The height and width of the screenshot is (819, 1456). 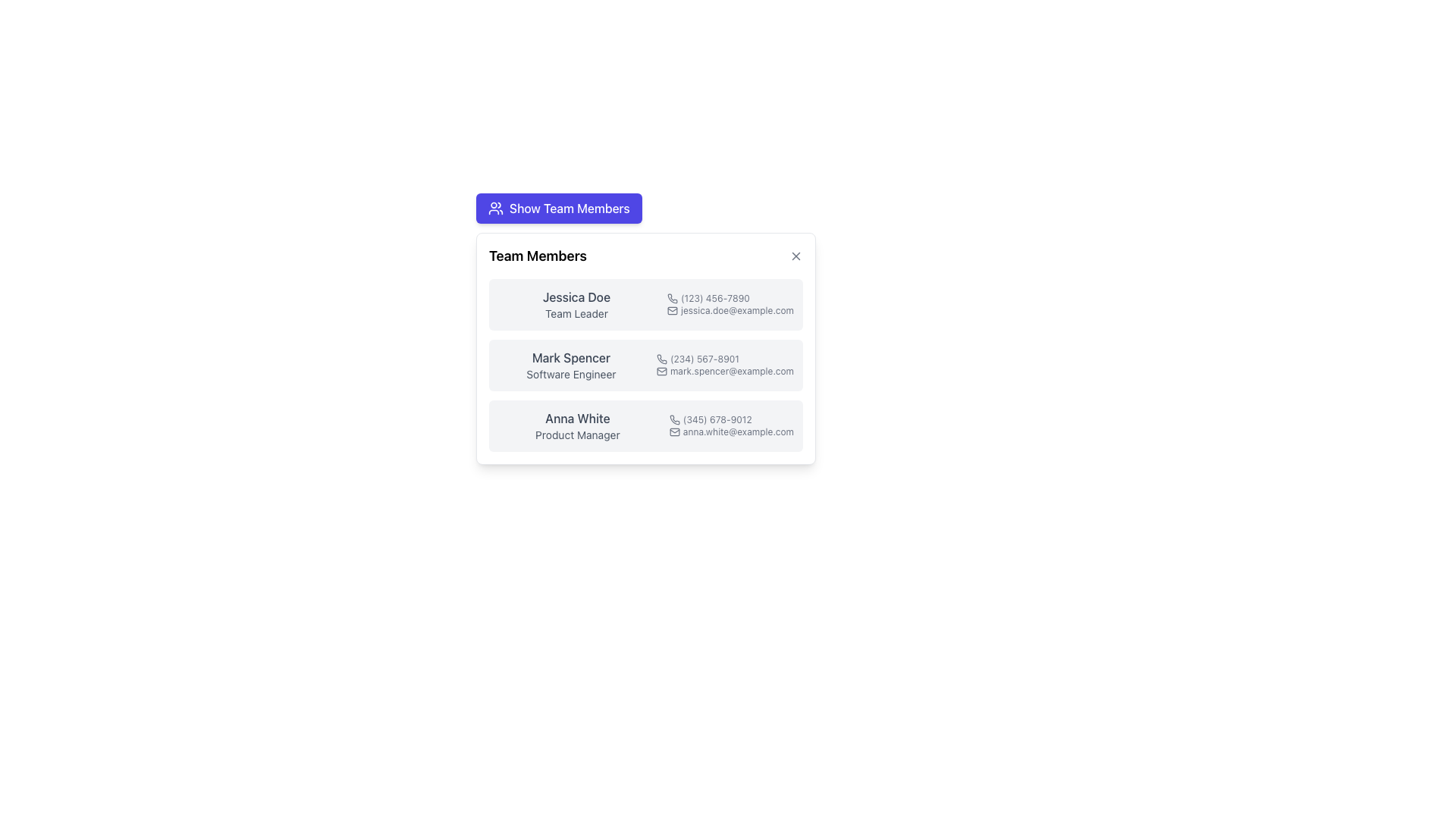 I want to click on the email icon located at the start of 'anna.white@example.com' in the third row of the 'Team Members' panel, so click(x=673, y=432).